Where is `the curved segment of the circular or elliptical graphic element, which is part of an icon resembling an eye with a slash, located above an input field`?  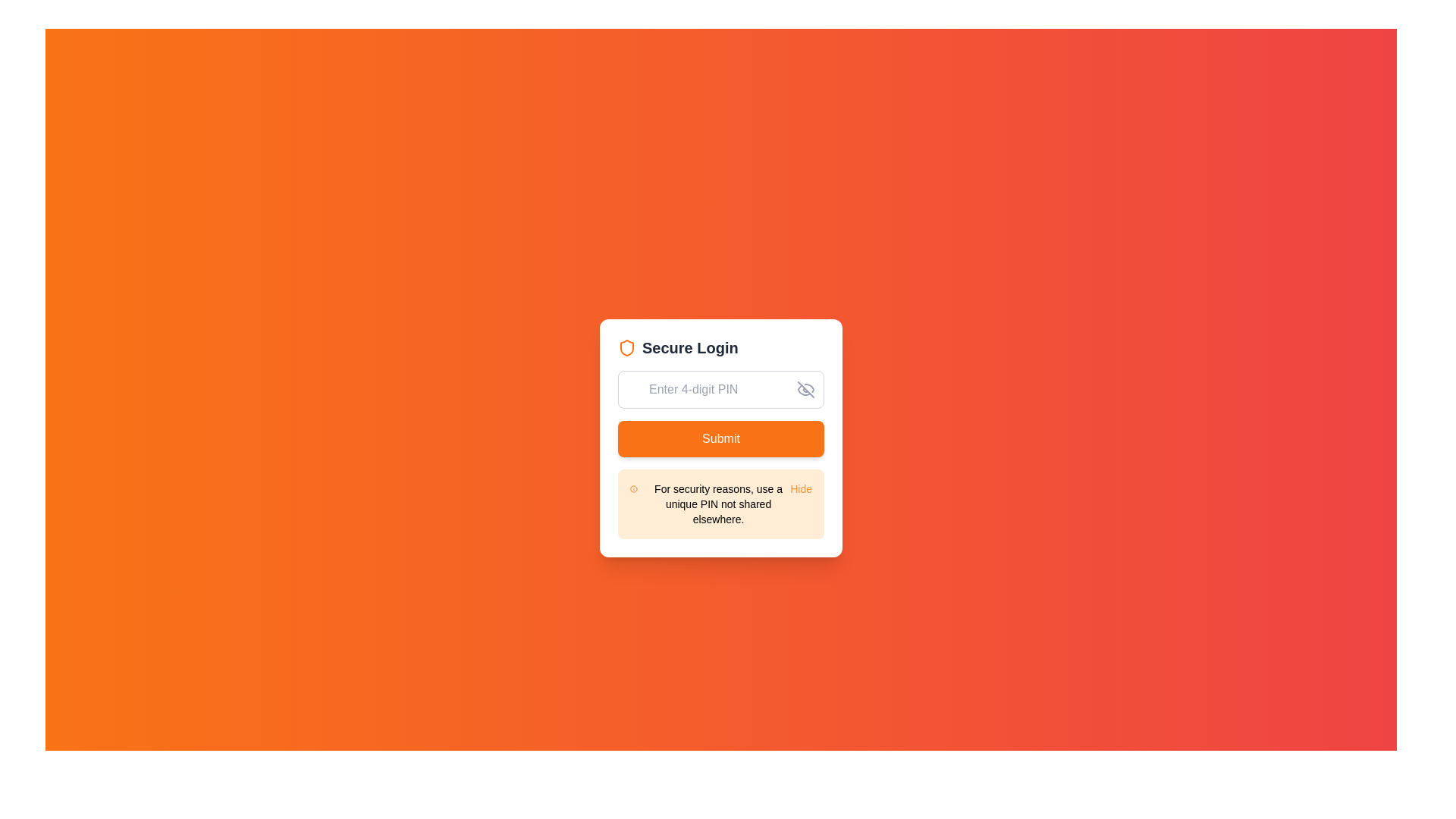
the curved segment of the circular or elliptical graphic element, which is part of an icon resembling an eye with a slash, located above an input field is located at coordinates (803, 389).